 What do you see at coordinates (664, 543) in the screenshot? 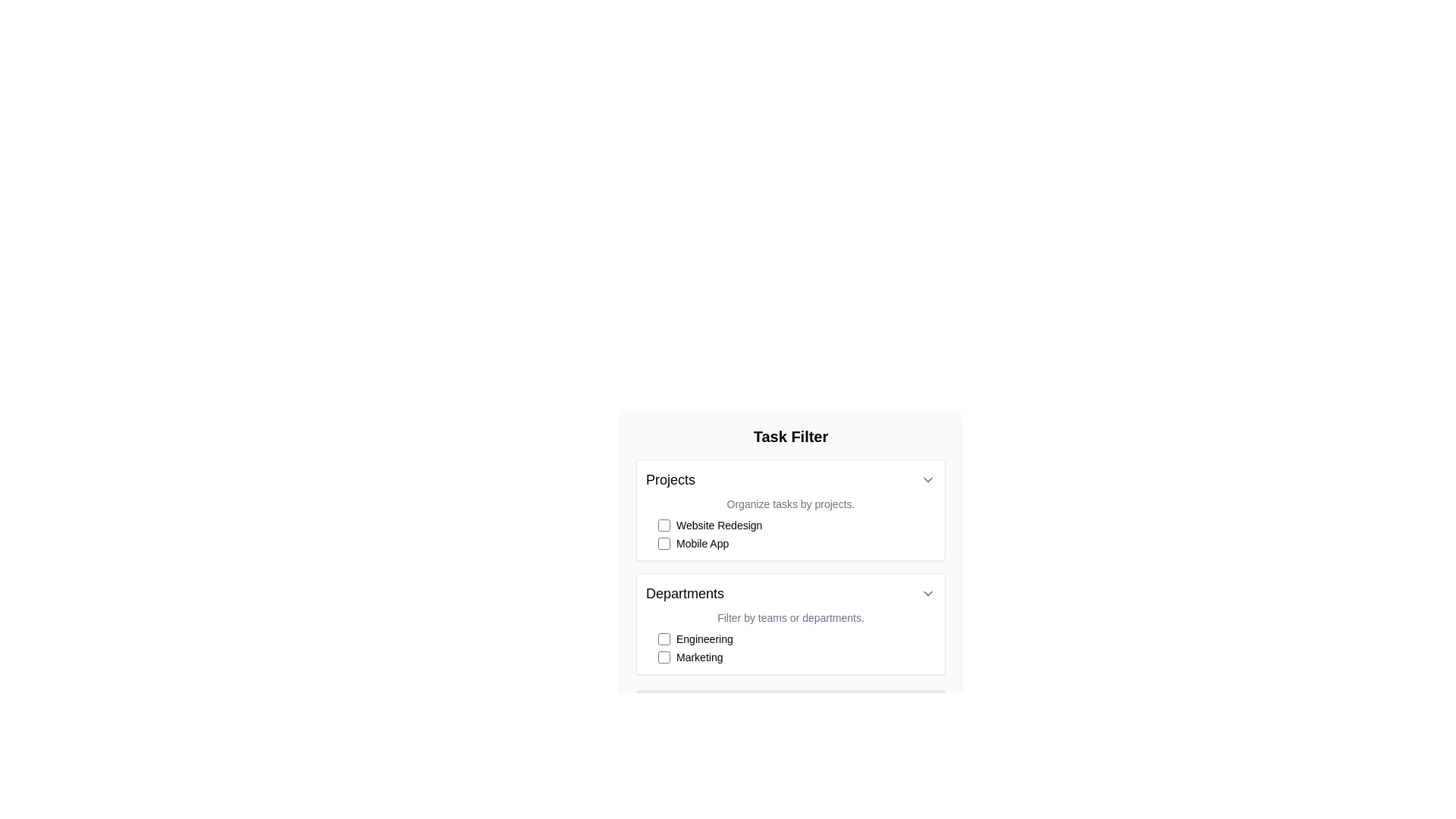
I see `keyboard navigation` at bounding box center [664, 543].